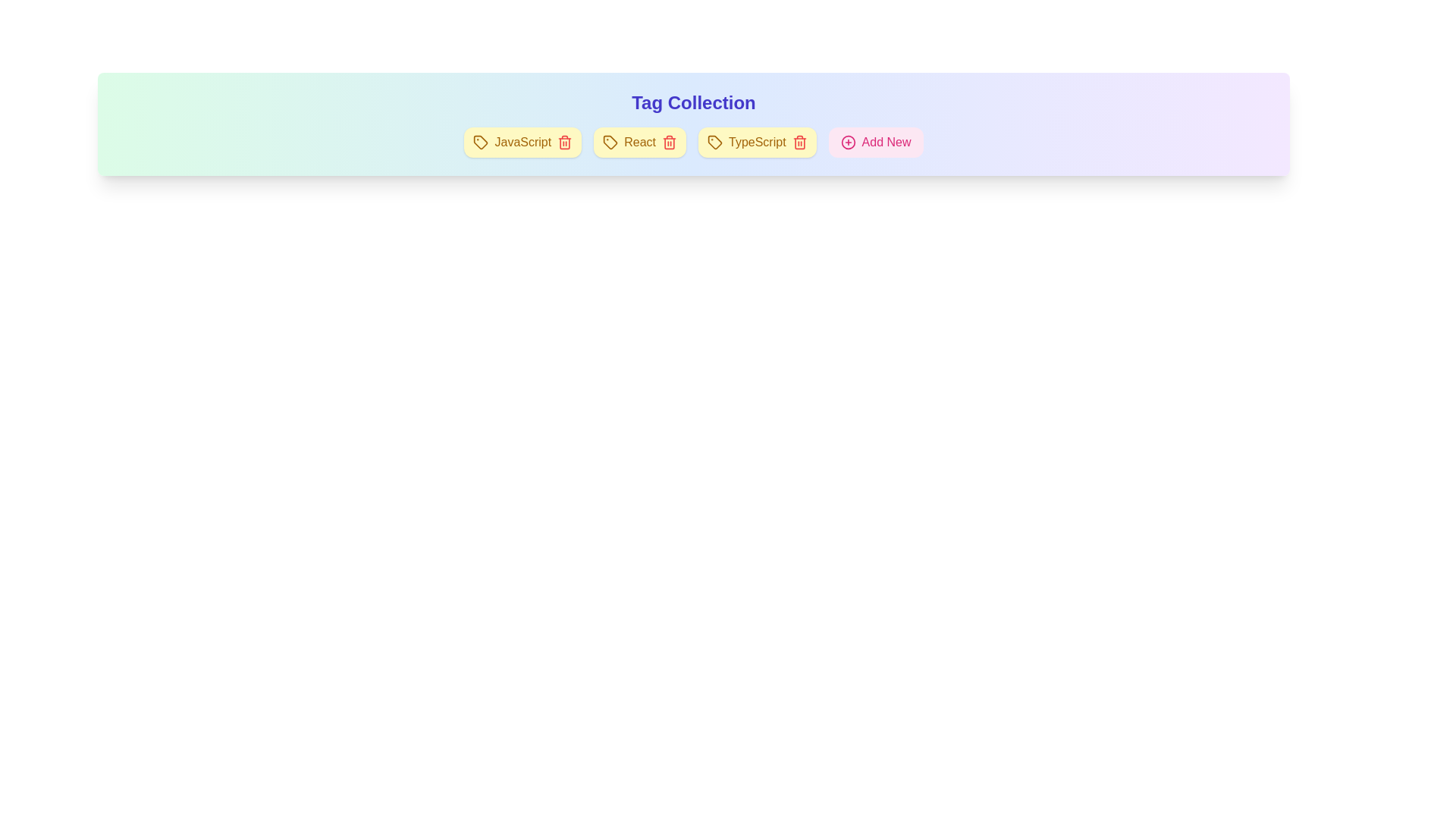 Image resolution: width=1456 pixels, height=819 pixels. What do you see at coordinates (564, 143) in the screenshot?
I see `the trash icon located to the right of the 'JavaScript' tag` at bounding box center [564, 143].